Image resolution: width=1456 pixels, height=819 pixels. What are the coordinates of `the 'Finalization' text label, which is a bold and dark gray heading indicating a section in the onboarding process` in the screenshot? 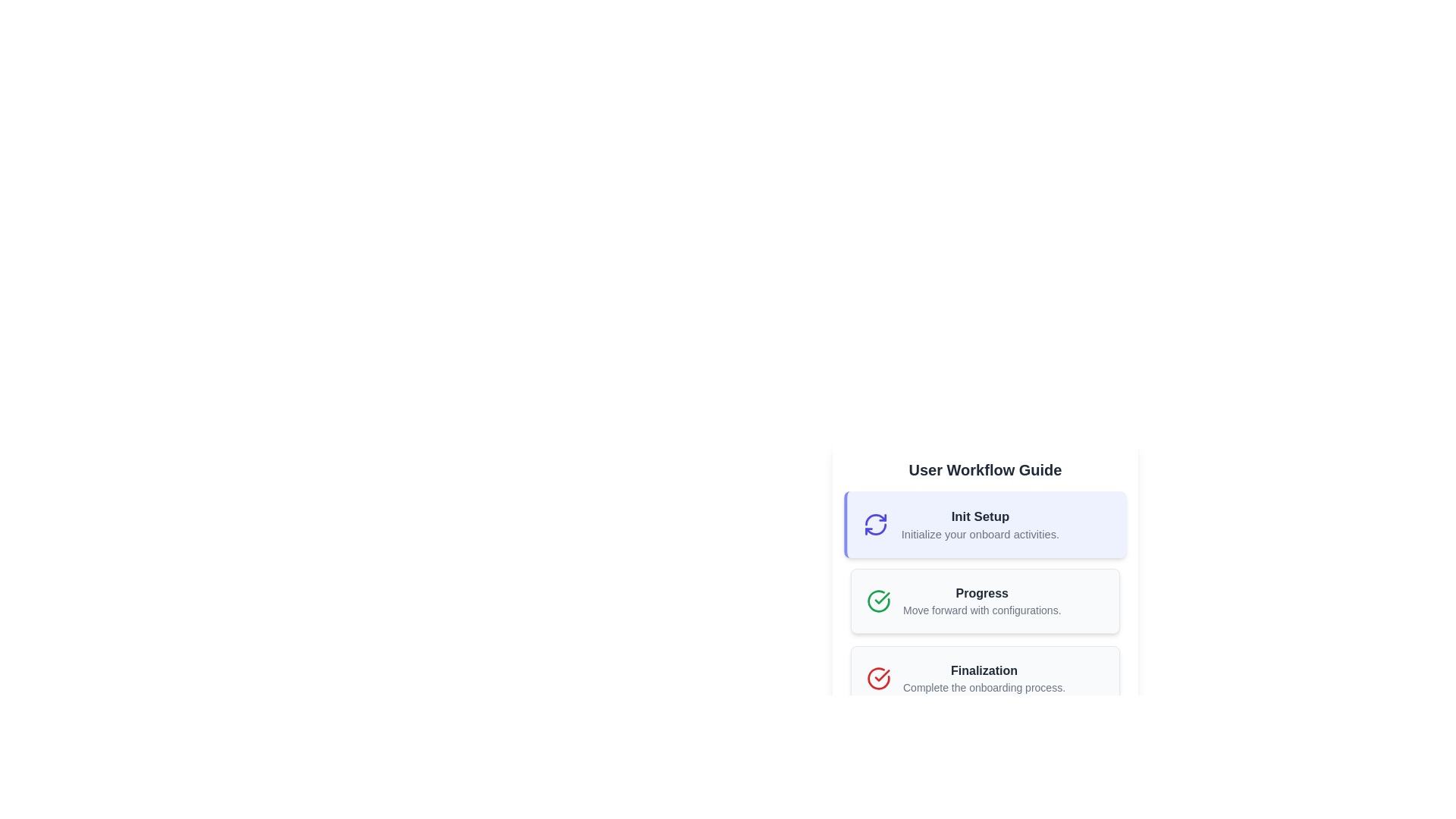 It's located at (984, 670).